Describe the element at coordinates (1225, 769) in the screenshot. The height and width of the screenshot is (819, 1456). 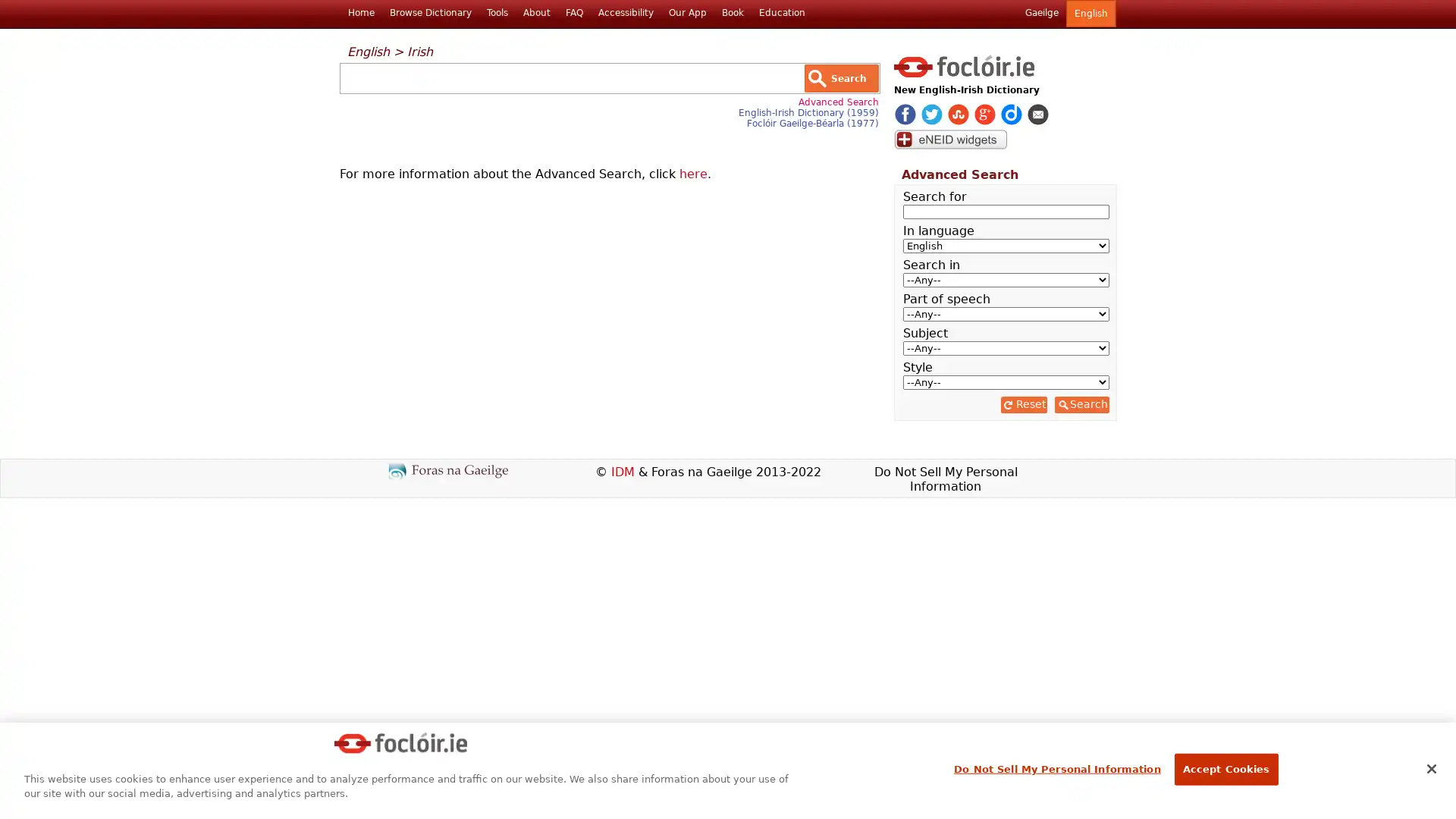
I see `Accept Cookies` at that location.